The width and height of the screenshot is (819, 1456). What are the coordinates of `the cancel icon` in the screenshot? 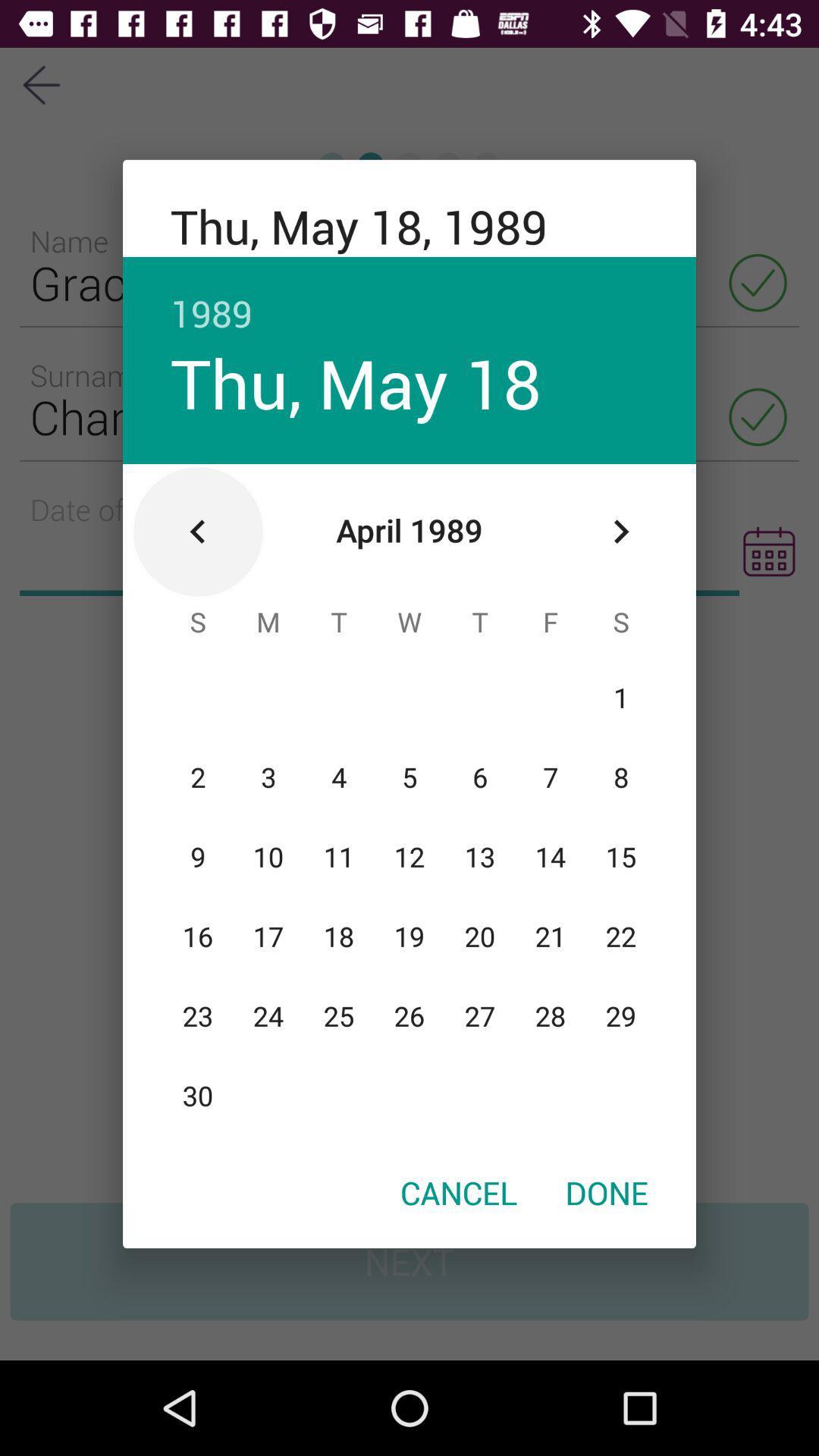 It's located at (458, 1191).